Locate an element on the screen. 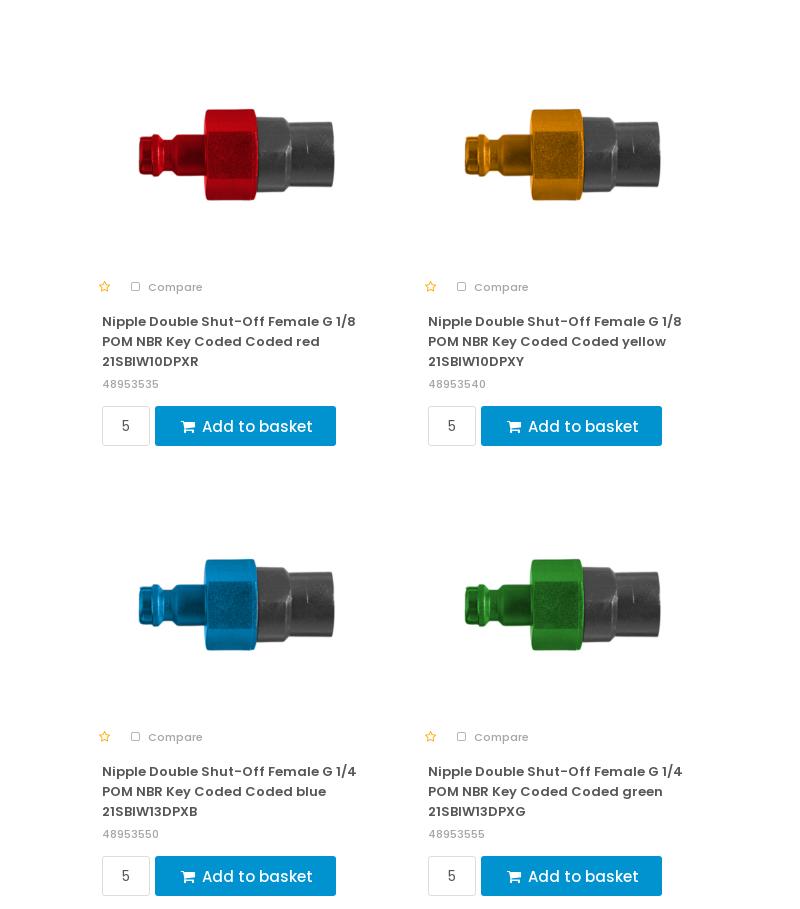  'About us' is located at coordinates (132, 578).